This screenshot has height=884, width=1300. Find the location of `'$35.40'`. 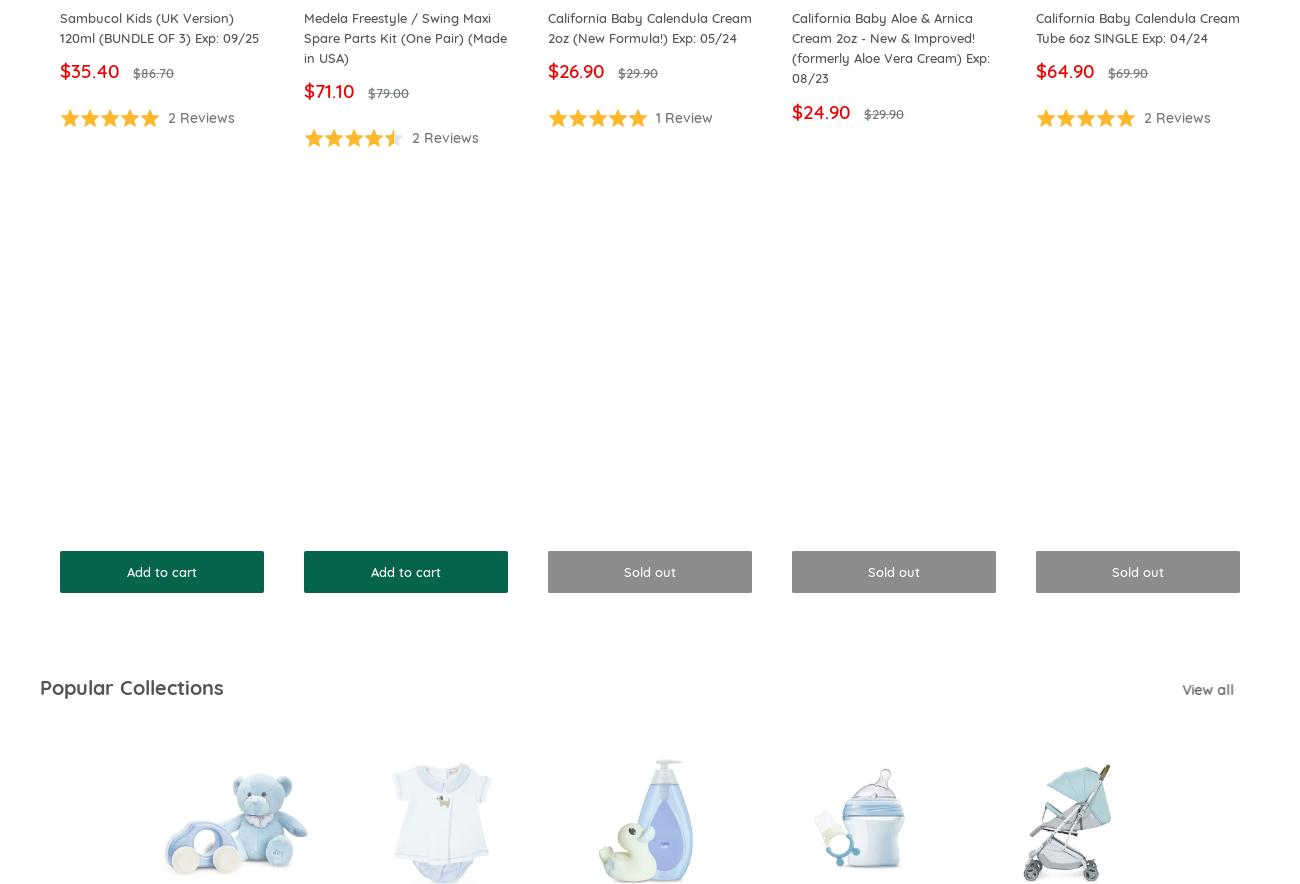

'$35.40' is located at coordinates (89, 69).